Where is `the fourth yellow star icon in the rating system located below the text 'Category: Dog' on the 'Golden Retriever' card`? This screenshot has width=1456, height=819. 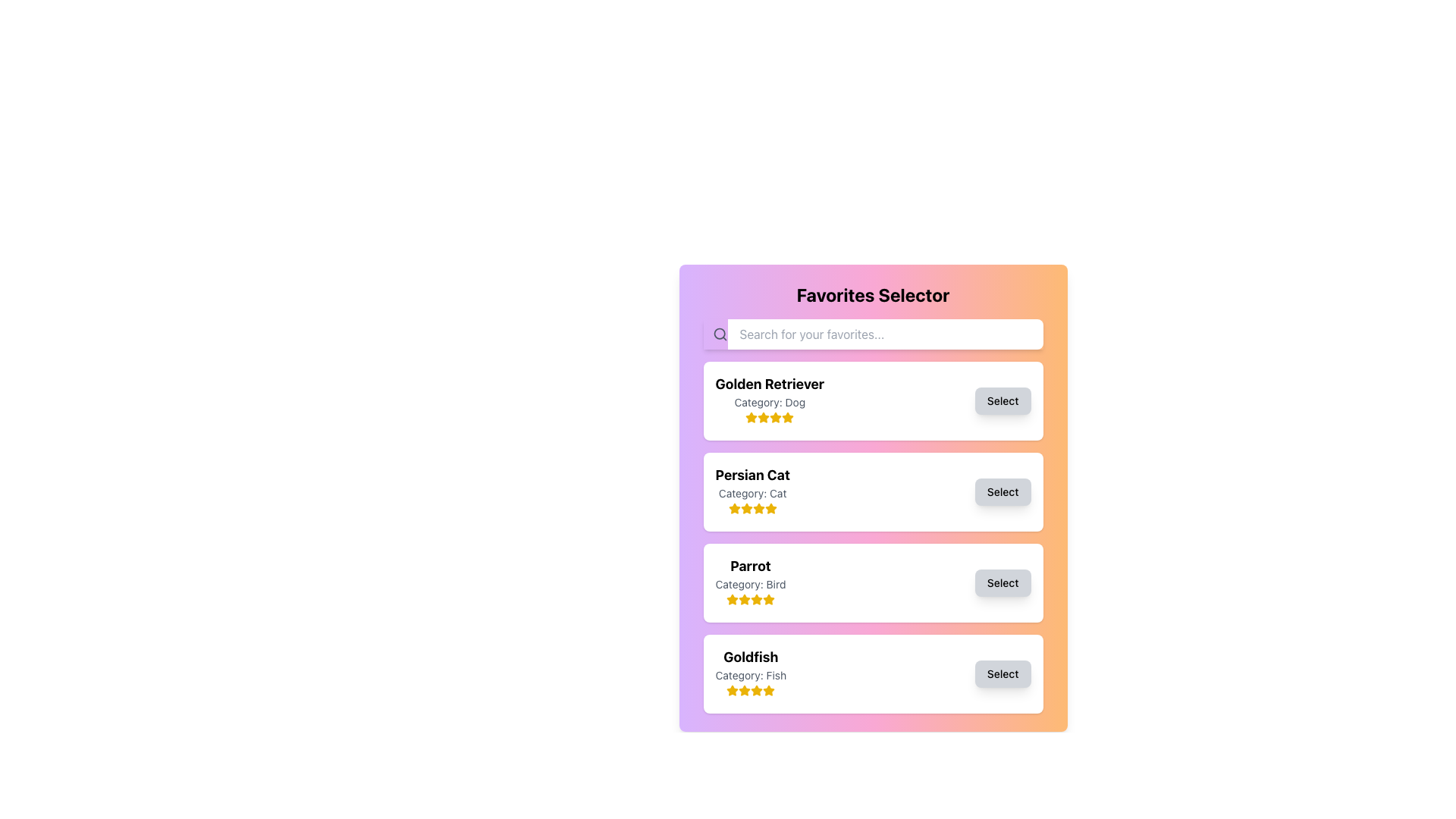
the fourth yellow star icon in the rating system located below the text 'Category: Dog' on the 'Golden Retriever' card is located at coordinates (770, 418).